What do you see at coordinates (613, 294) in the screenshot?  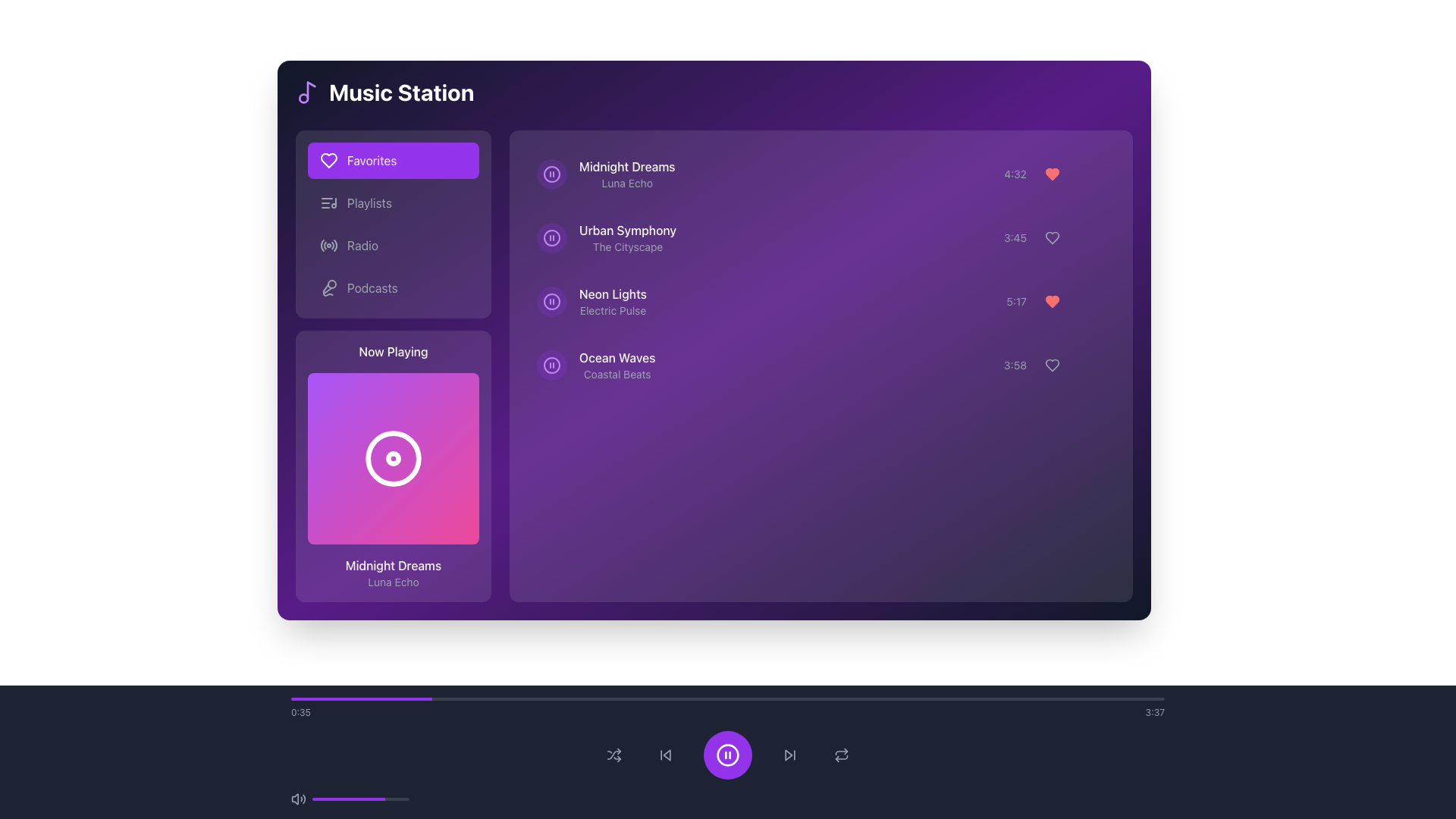 I see `text content of the 'Neon Lights' title, which is styled in white and bold typography on a purple background as the third track listed in the music tracks panel` at bounding box center [613, 294].